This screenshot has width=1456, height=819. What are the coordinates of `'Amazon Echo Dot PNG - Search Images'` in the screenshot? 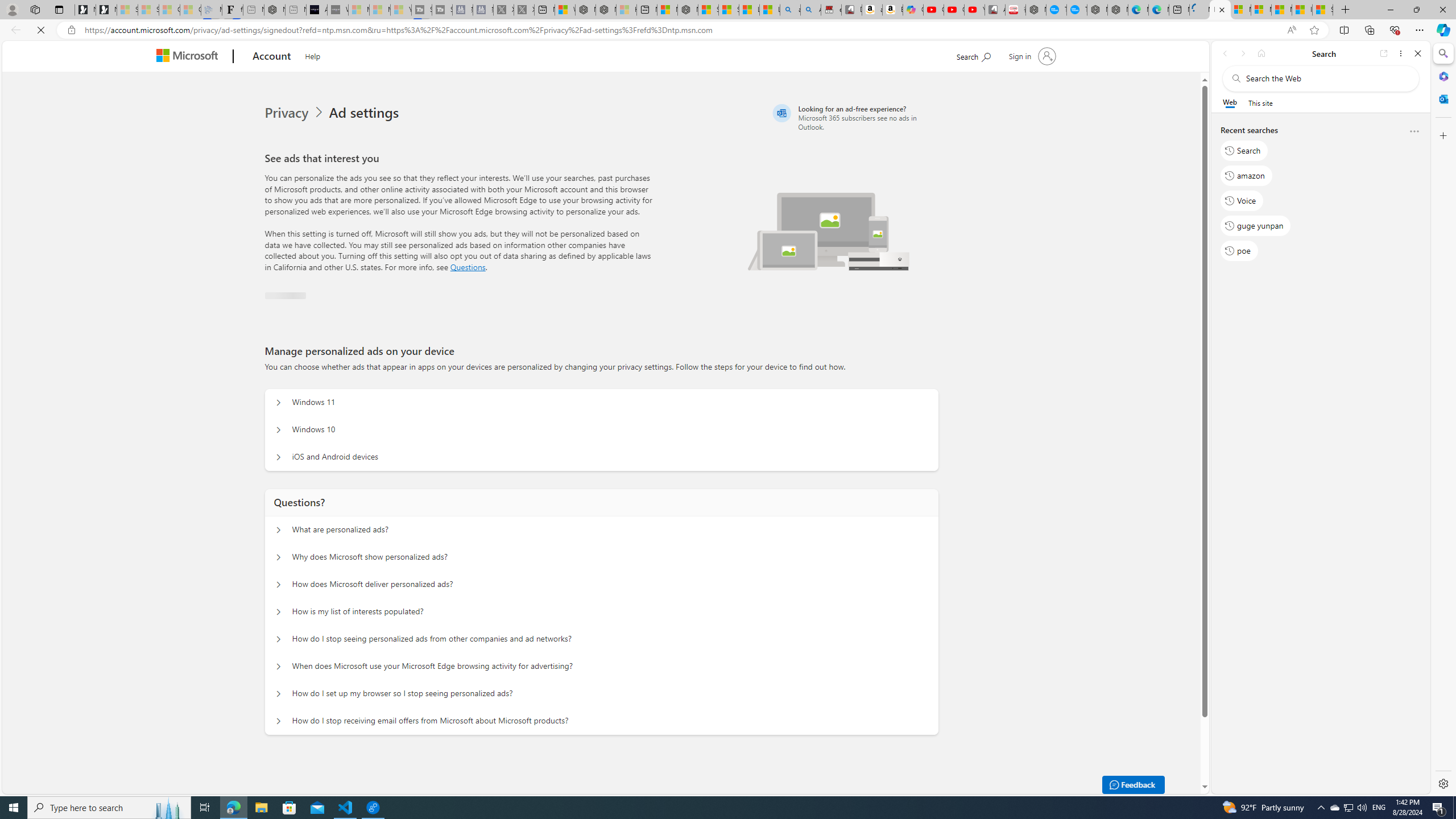 It's located at (809, 9).